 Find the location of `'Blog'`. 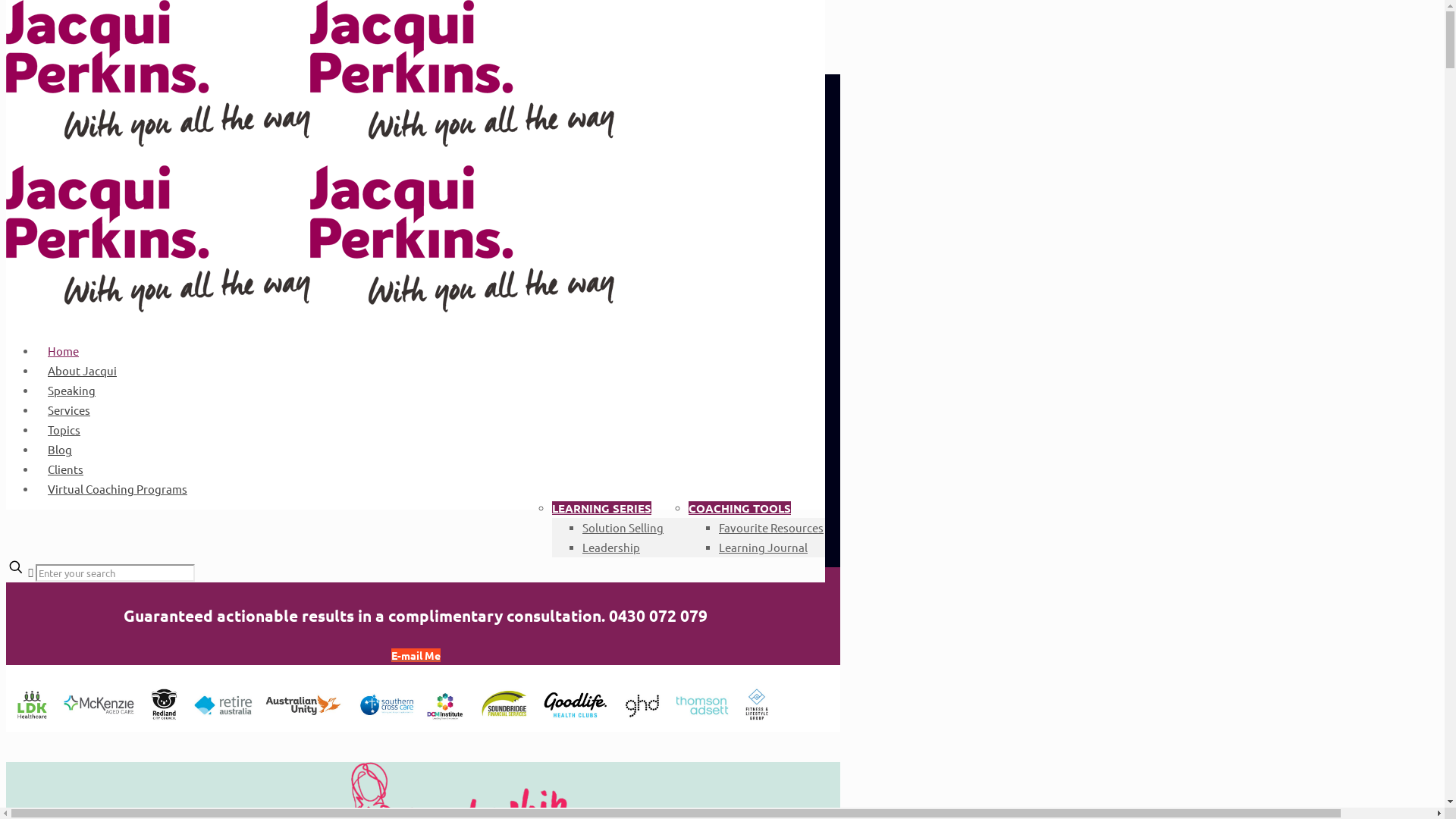

'Blog' is located at coordinates (59, 448).